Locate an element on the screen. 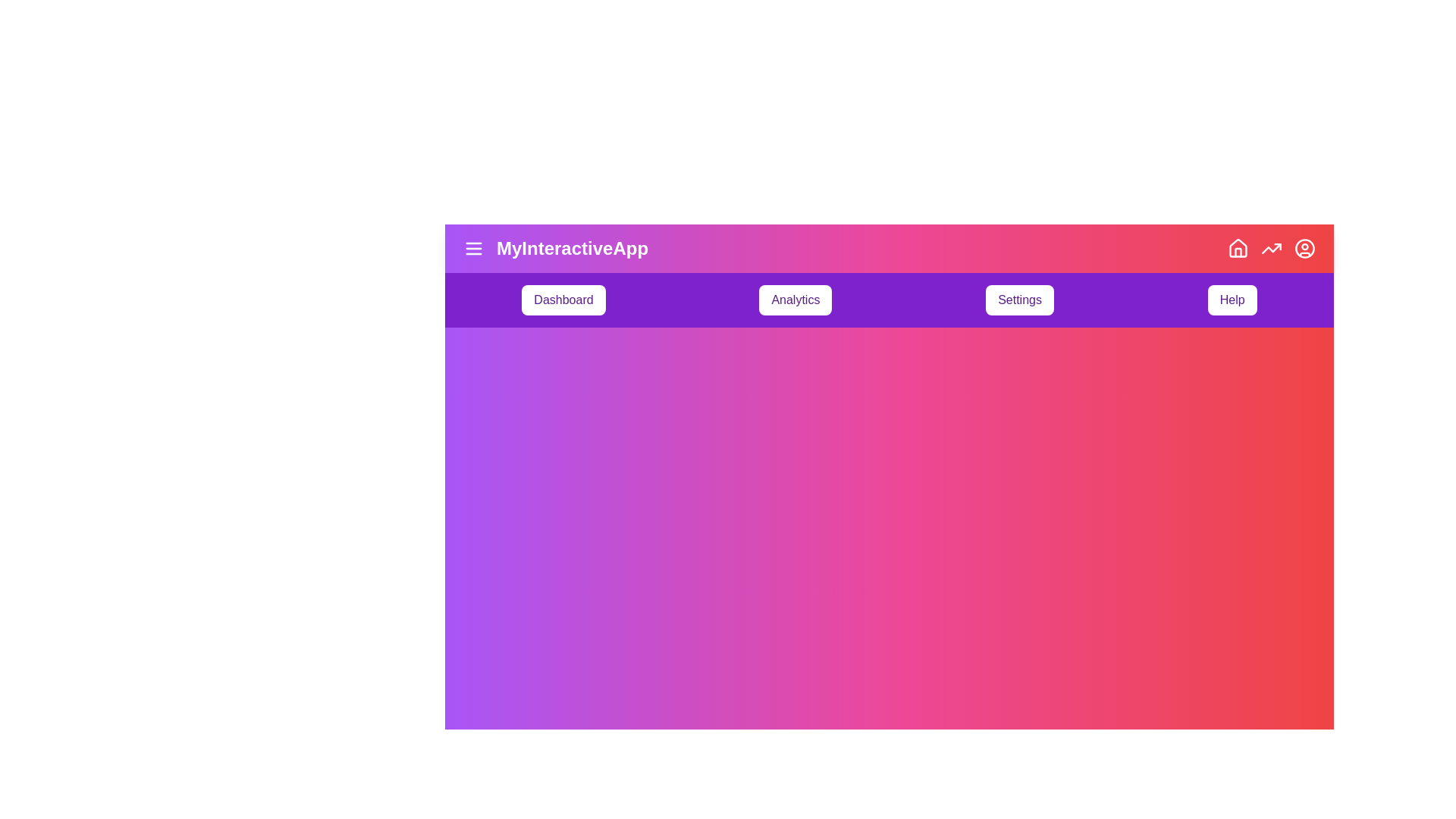 Image resolution: width=1456 pixels, height=819 pixels. the 'Analytics' button to navigate to the Analytics section is located at coordinates (795, 300).